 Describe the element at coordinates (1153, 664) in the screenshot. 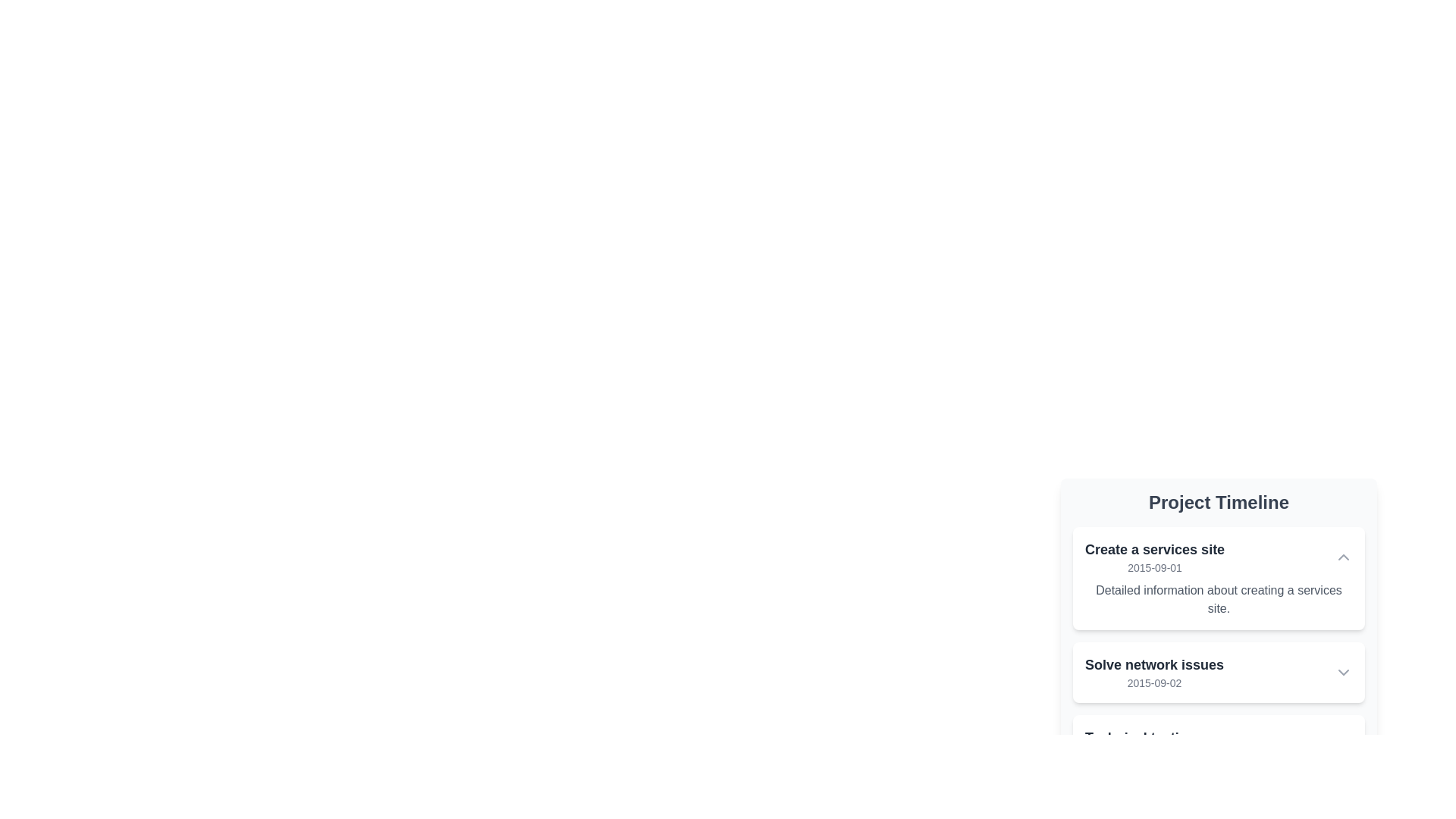

I see `the text label displaying 'Solve network issues' in a bold font` at that location.